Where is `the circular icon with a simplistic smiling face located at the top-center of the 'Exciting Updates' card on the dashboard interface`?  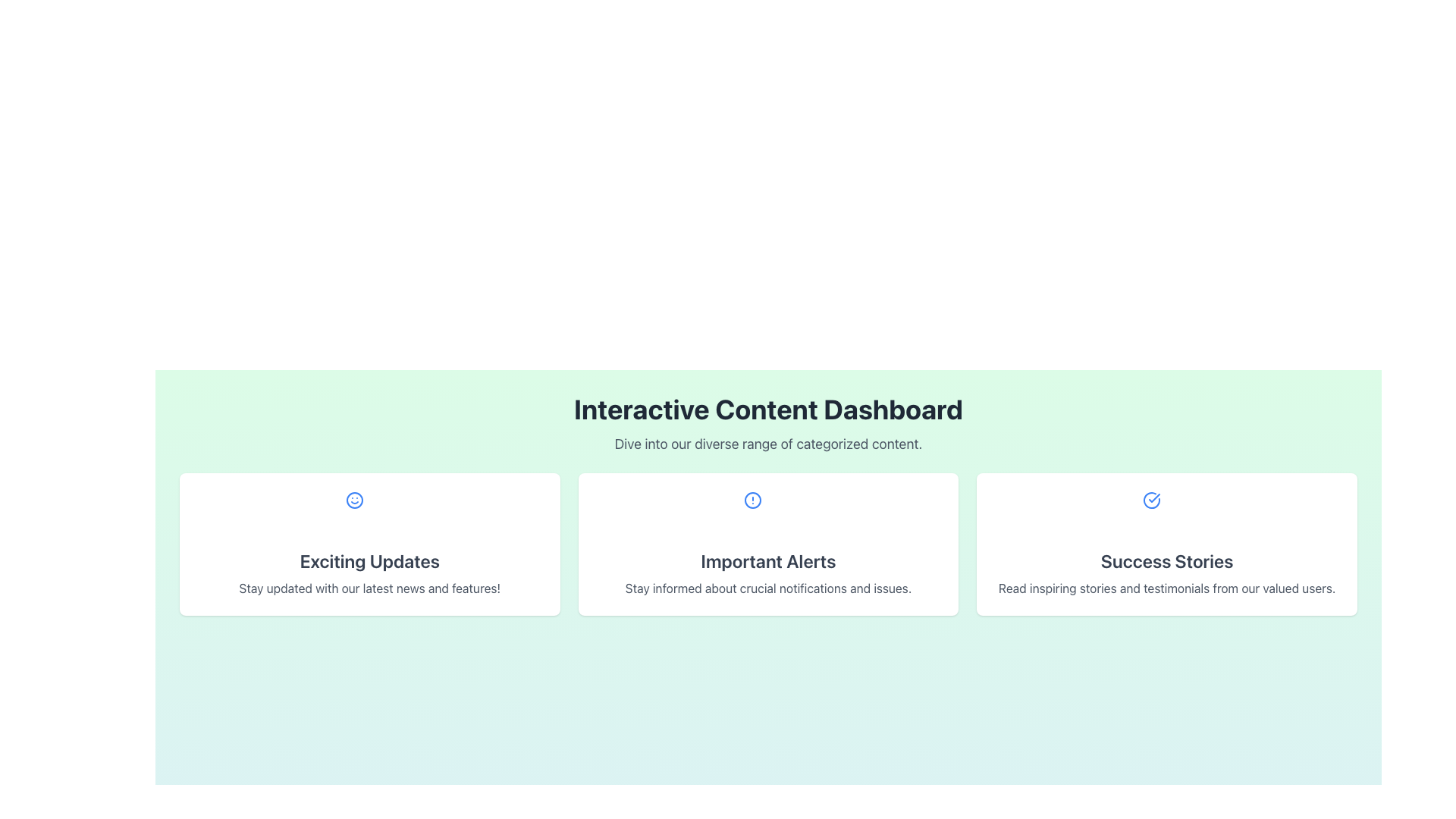
the circular icon with a simplistic smiling face located at the top-center of the 'Exciting Updates' card on the dashboard interface is located at coordinates (353, 500).